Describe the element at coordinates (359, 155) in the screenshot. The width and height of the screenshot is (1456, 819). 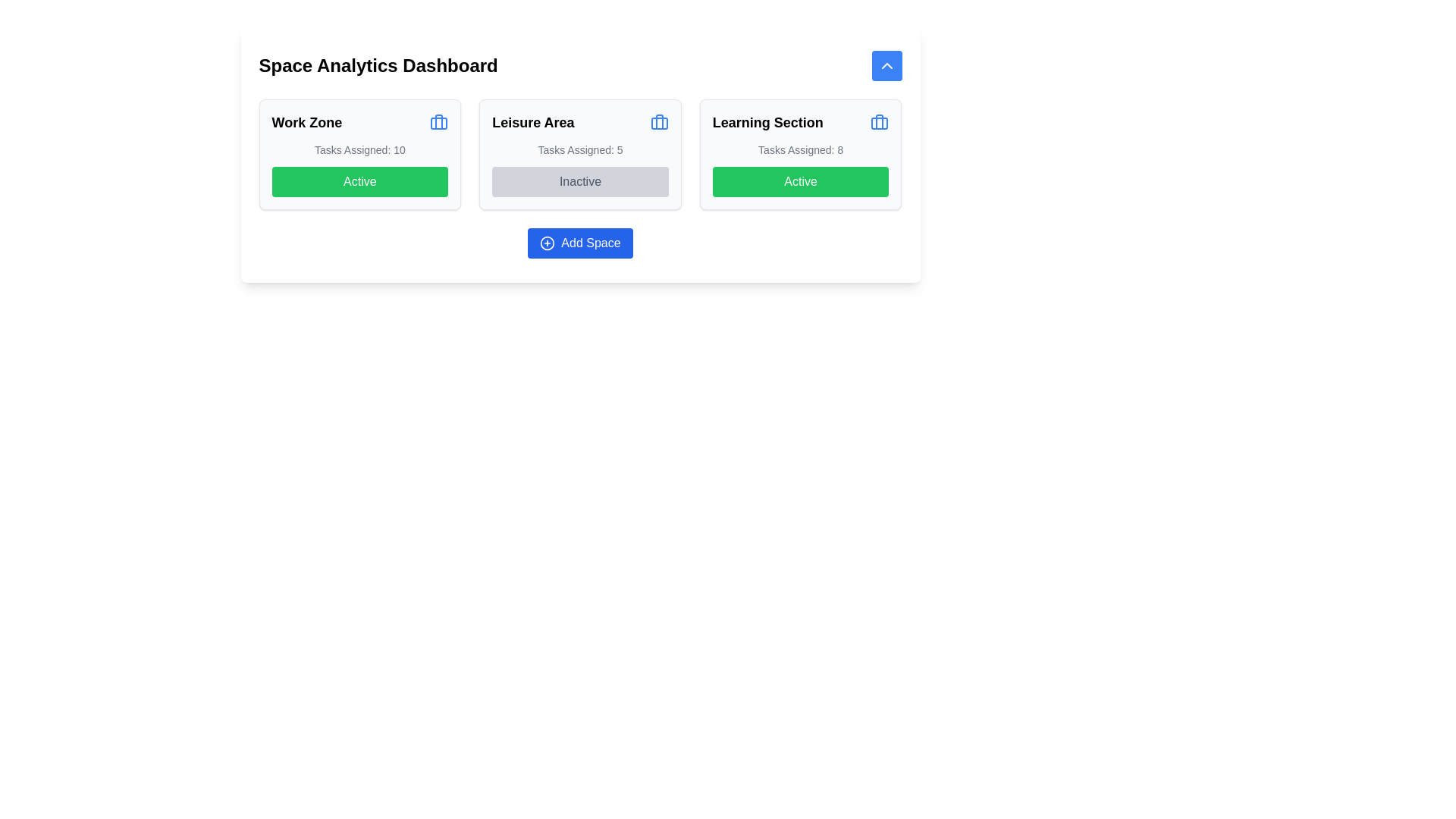
I see `the first informational card in the grid that displays the number of tasks assigned and its current active status, which has a green button labeled 'Active'` at that location.